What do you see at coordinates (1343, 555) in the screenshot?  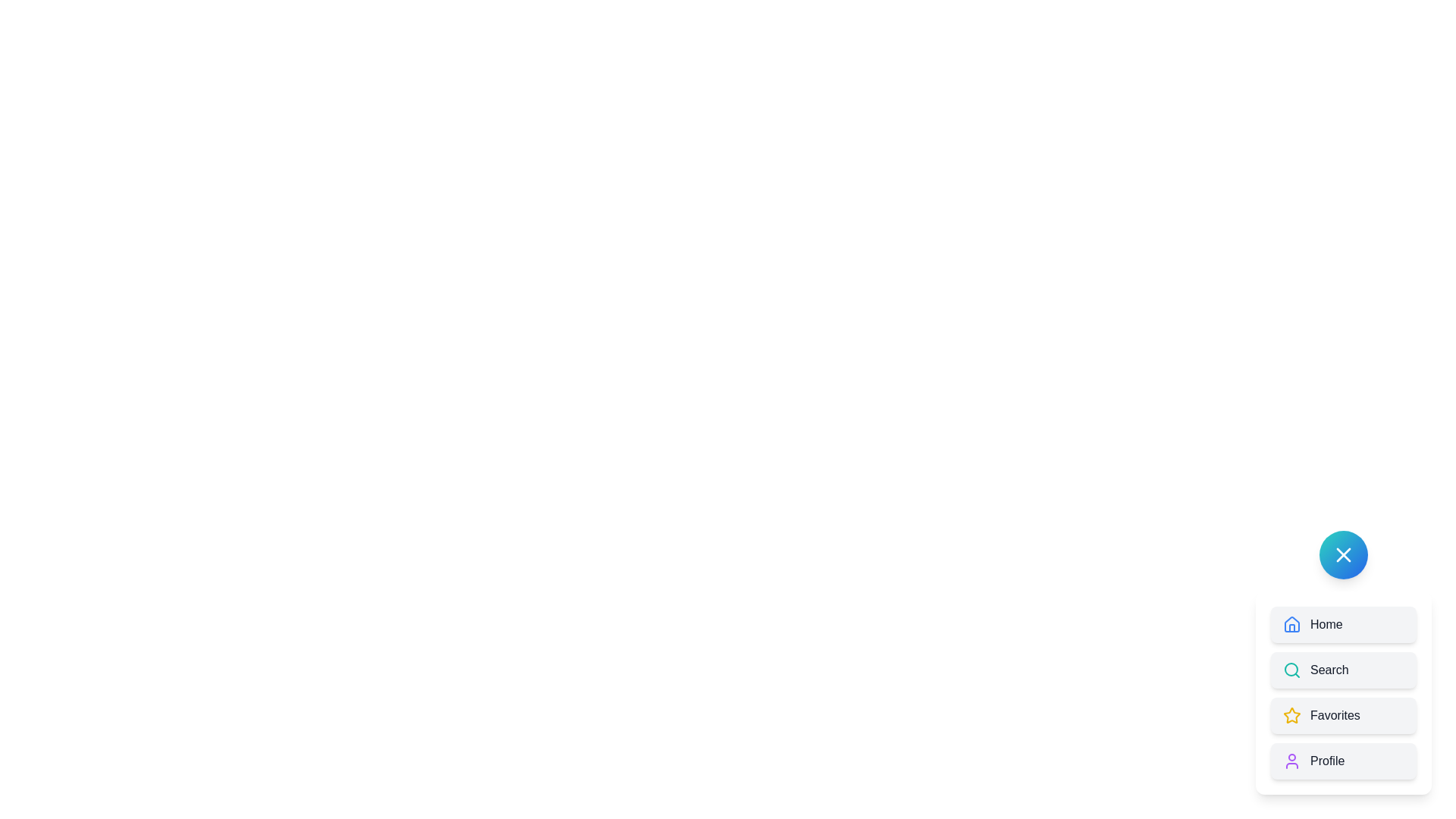 I see `the circular button with a gradient background and white 'X' icon located at the top of the interactive menu in the bottom-right corner of the display to observe hover effects` at bounding box center [1343, 555].